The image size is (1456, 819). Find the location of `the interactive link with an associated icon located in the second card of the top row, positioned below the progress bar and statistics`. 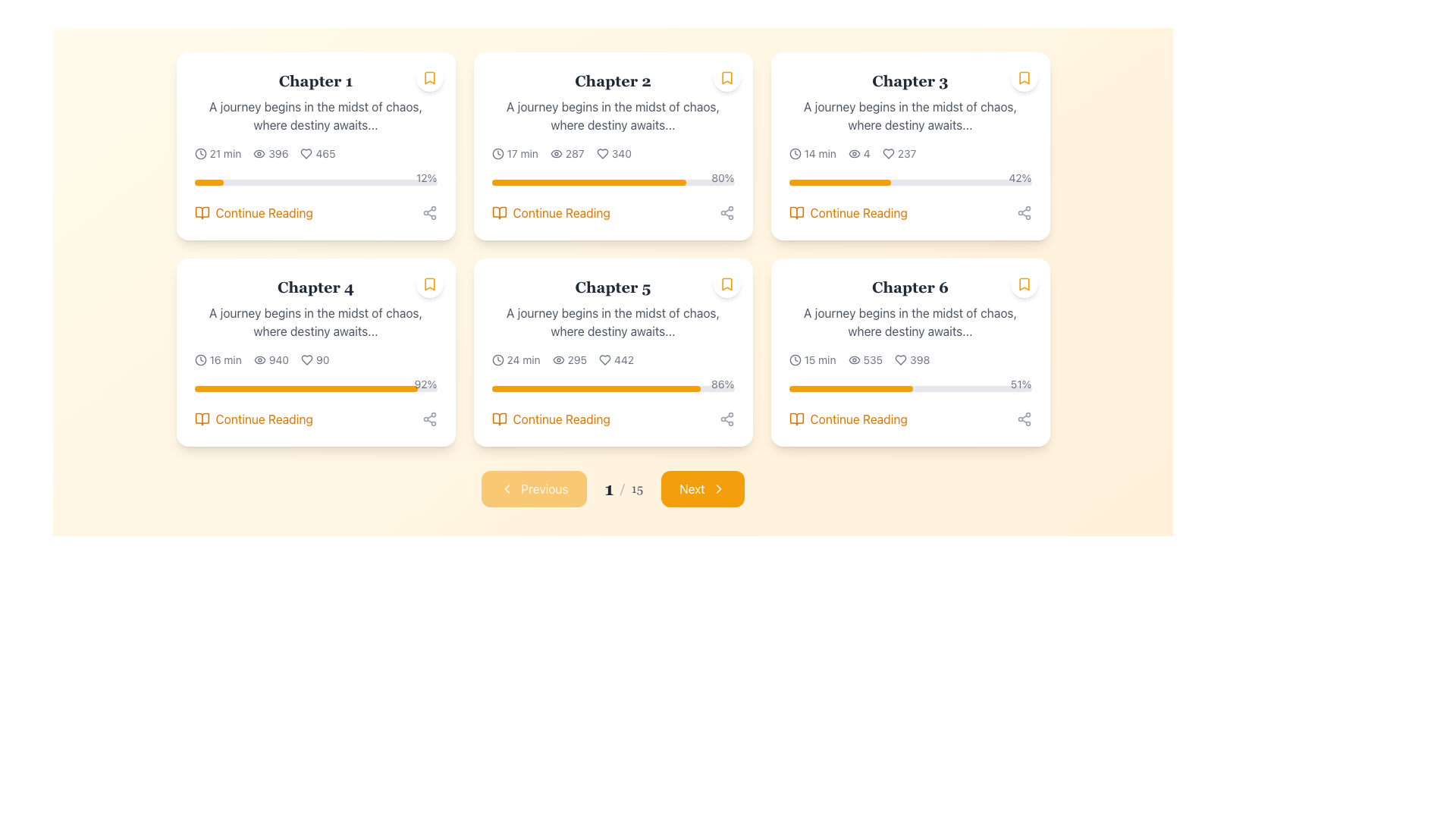

the interactive link with an associated icon located in the second card of the top row, positioned below the progress bar and statistics is located at coordinates (550, 213).